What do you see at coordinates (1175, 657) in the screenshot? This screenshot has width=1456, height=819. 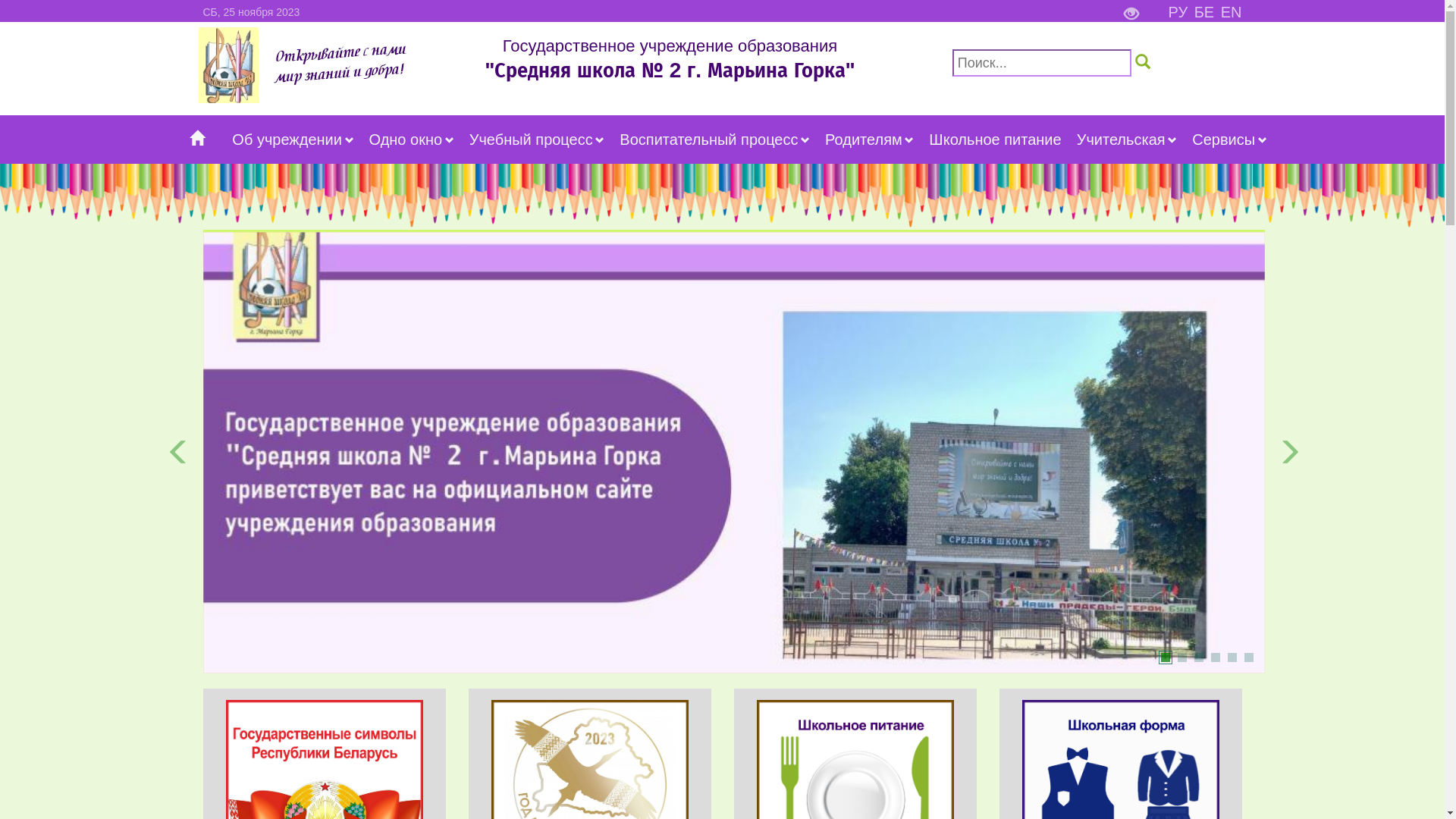 I see `'2'` at bounding box center [1175, 657].